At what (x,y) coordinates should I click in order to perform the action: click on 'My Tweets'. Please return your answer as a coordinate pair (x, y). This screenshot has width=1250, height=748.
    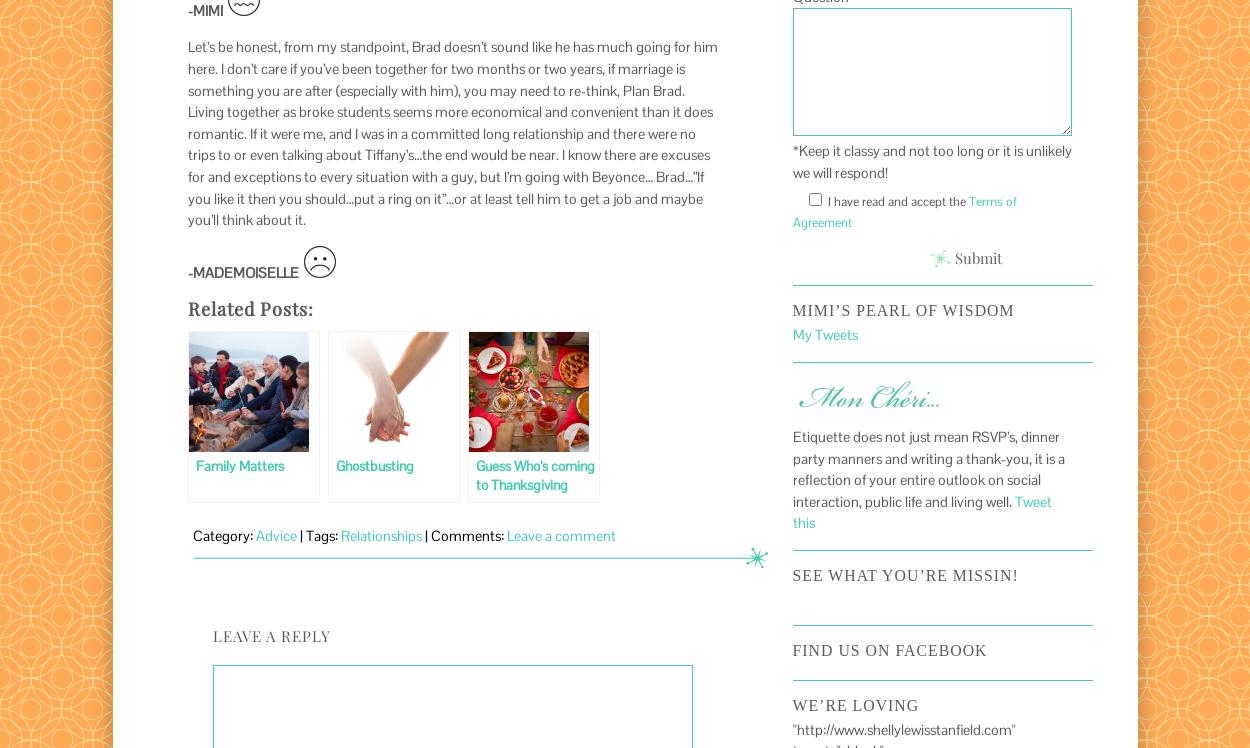
    Looking at the image, I should click on (823, 334).